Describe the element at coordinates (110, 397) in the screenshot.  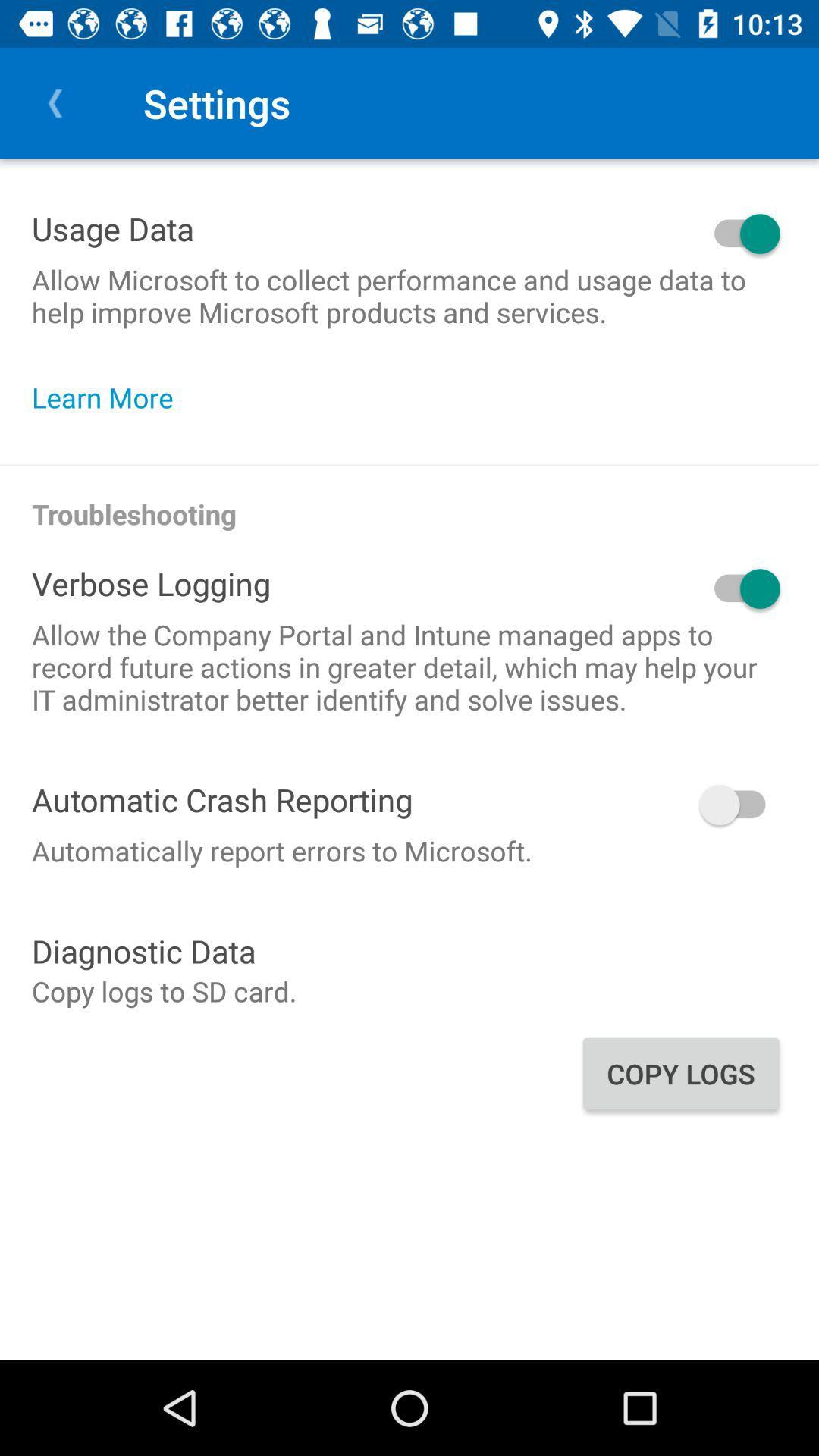
I see `learn more` at that location.